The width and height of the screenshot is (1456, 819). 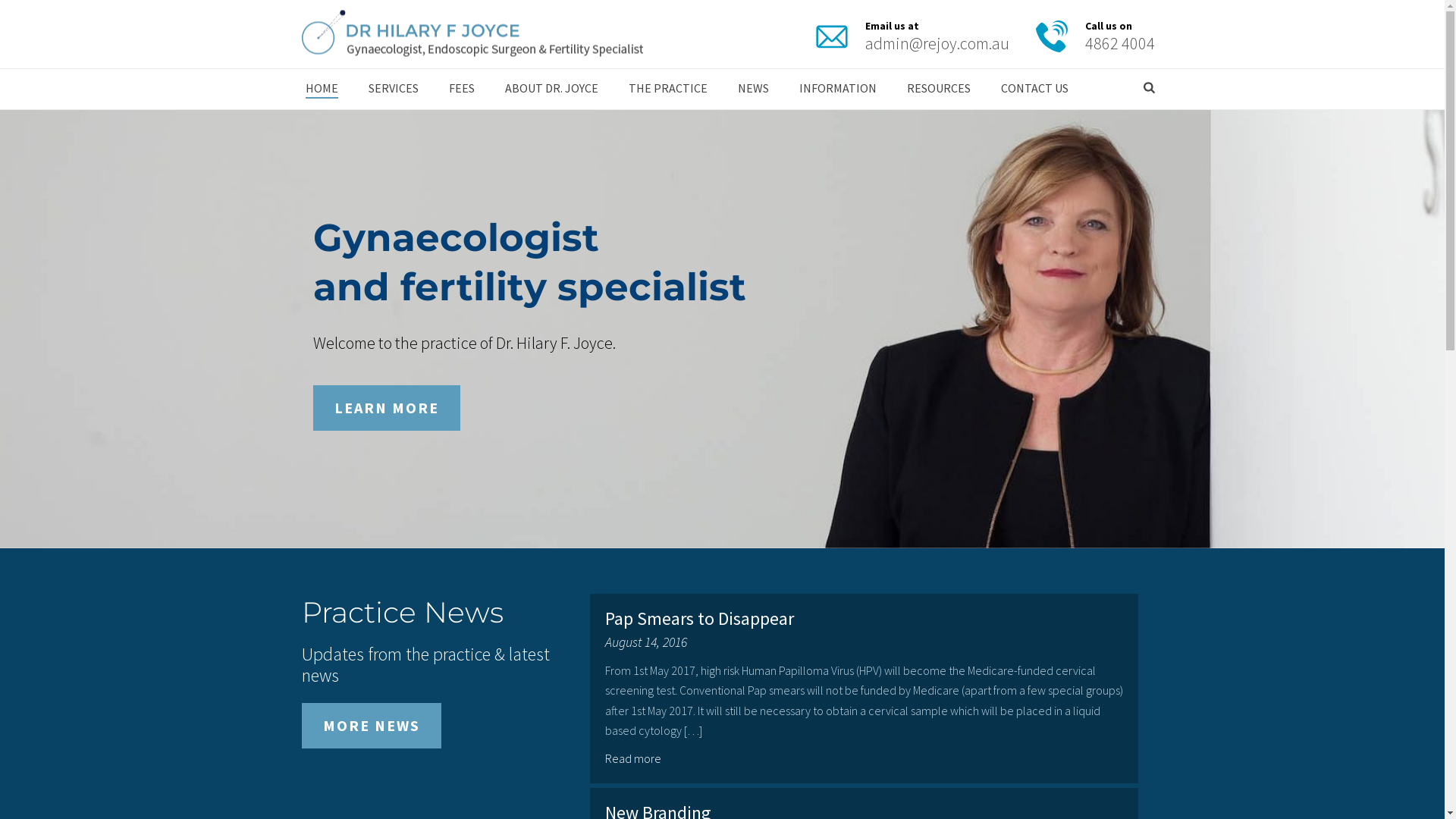 I want to click on 'Read more', so click(x=604, y=758).